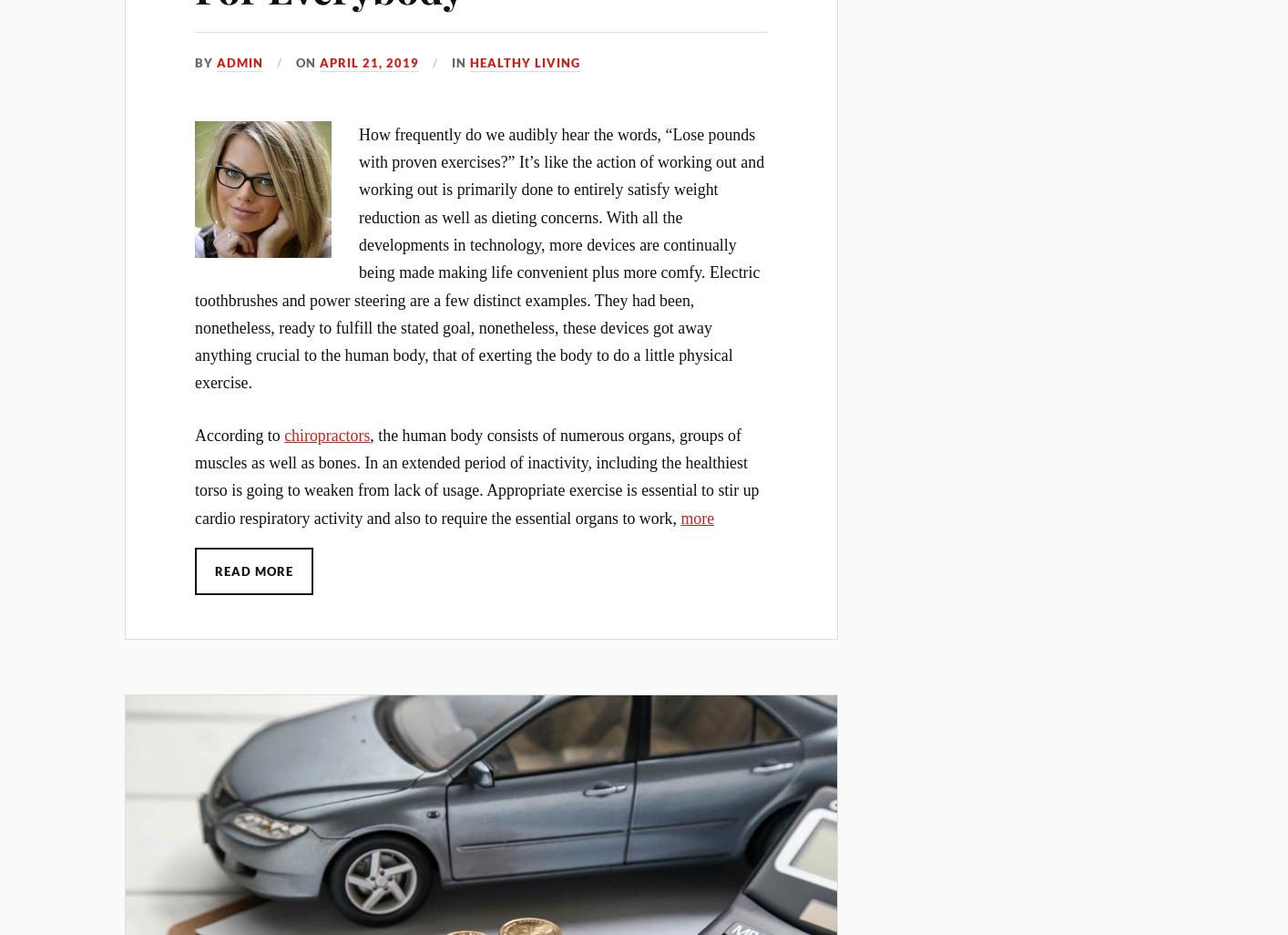 Image resolution: width=1288 pixels, height=935 pixels. I want to click on 'On', so click(306, 62).